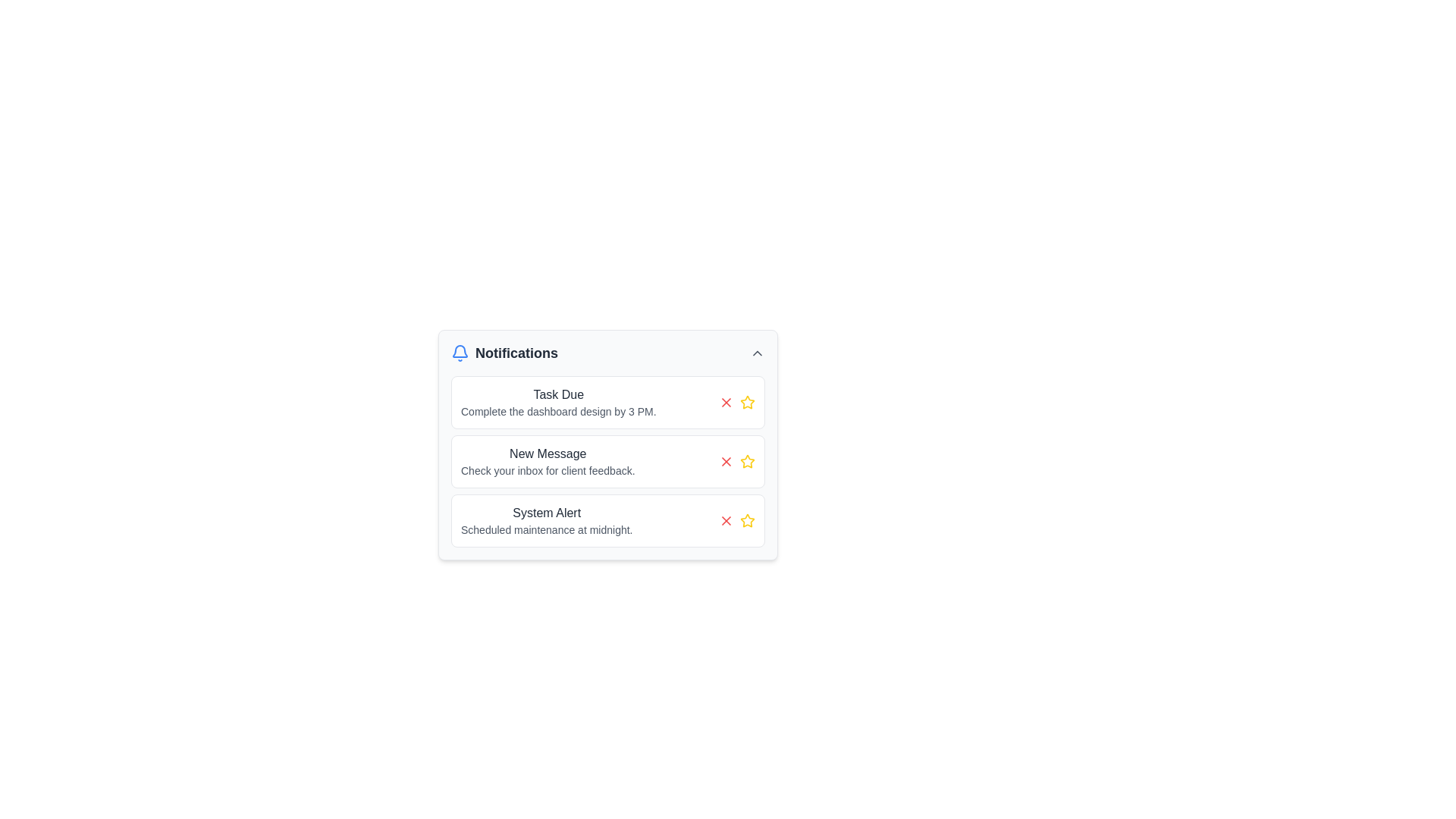 Image resolution: width=1456 pixels, height=819 pixels. What do you see at coordinates (736, 402) in the screenshot?
I see `the bookmarking icon located at the far right end of the 'Task Due' notification card` at bounding box center [736, 402].